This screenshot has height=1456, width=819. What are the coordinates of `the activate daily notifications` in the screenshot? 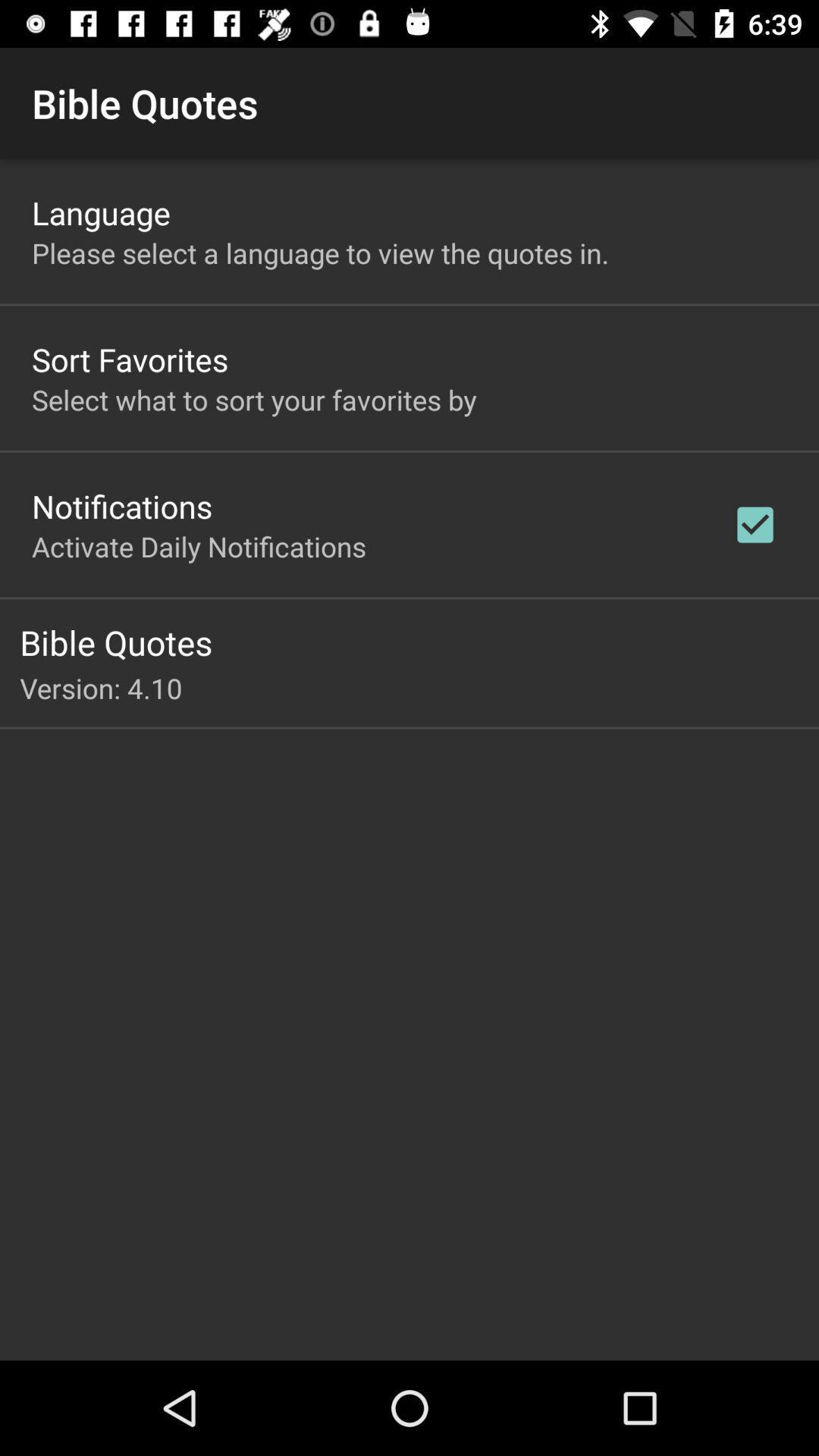 It's located at (198, 546).